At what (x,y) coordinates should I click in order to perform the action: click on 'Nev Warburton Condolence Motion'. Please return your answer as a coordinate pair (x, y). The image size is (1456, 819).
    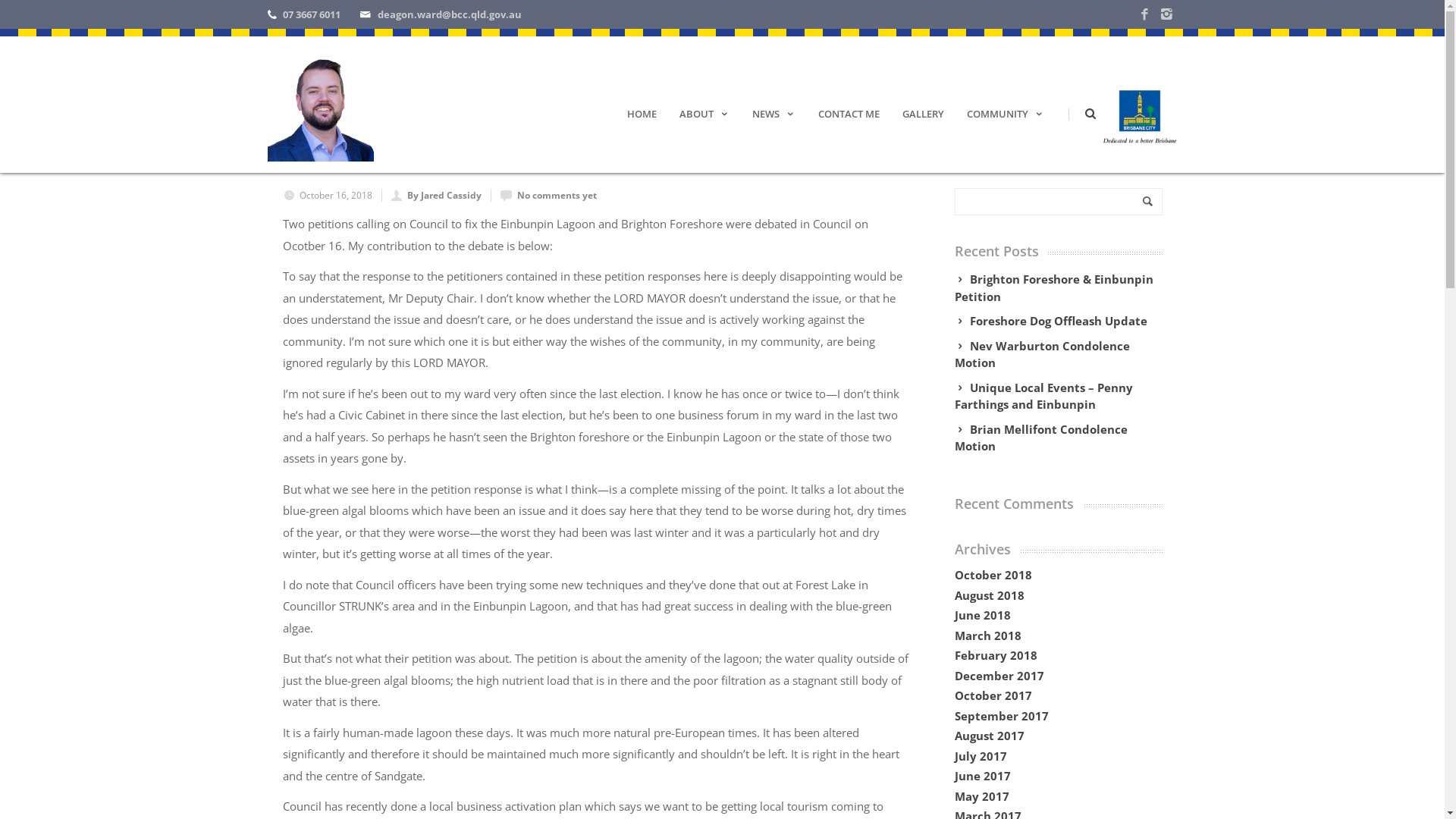
    Looking at the image, I should click on (952, 354).